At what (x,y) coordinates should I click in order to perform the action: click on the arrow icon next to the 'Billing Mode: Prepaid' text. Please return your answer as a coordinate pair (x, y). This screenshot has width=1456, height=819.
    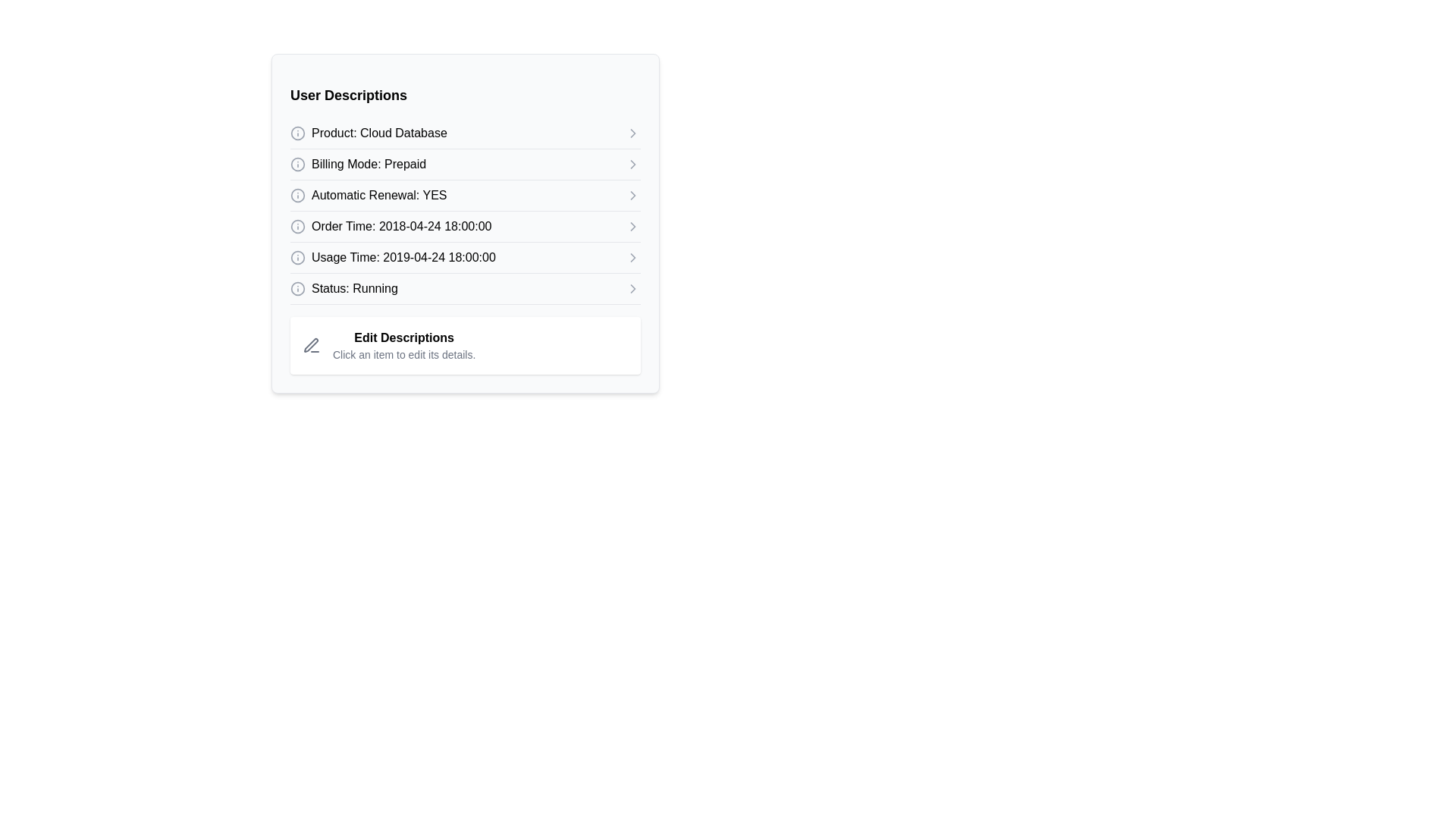
    Looking at the image, I should click on (633, 164).